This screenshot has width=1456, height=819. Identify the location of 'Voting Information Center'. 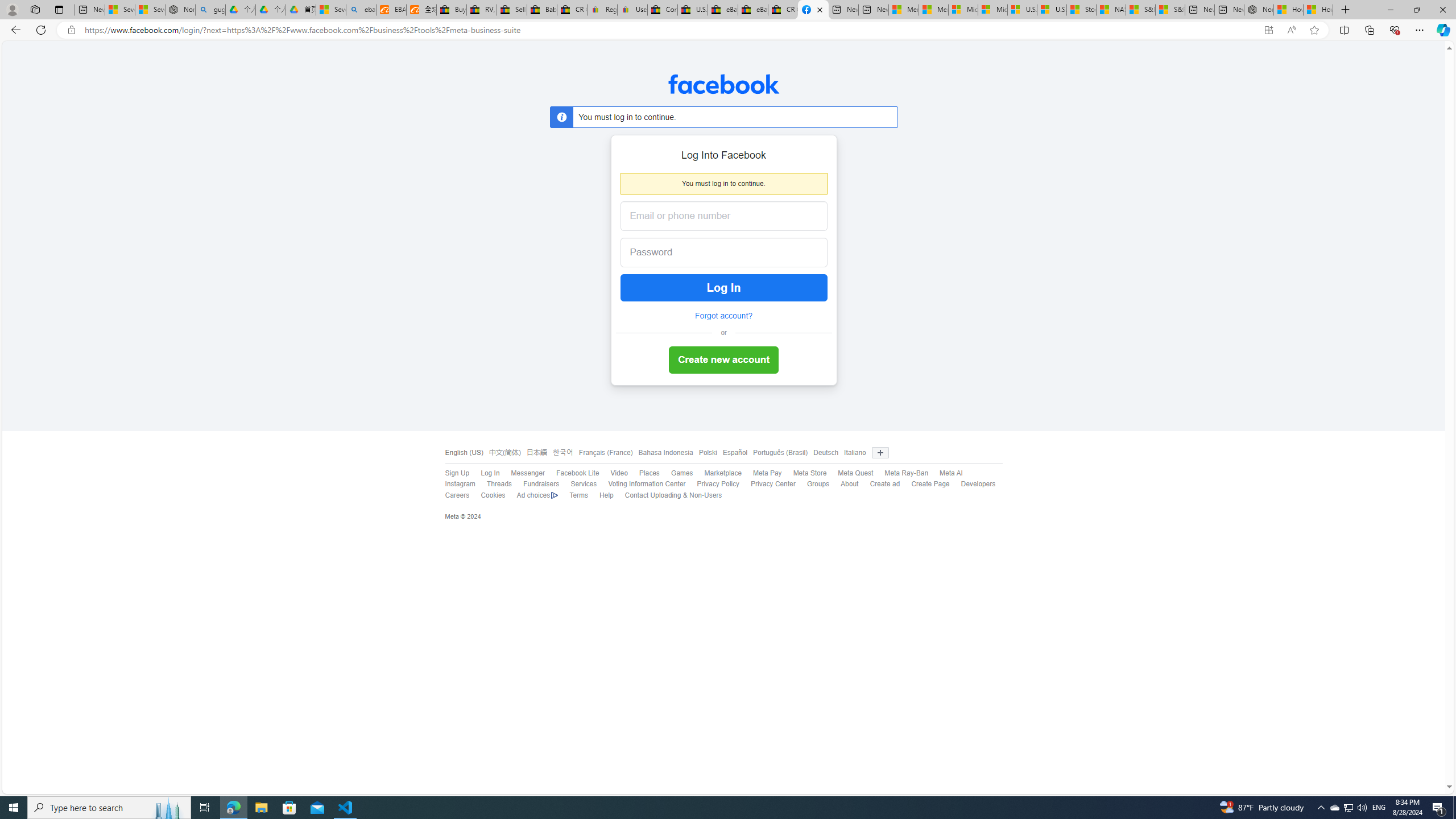
(647, 483).